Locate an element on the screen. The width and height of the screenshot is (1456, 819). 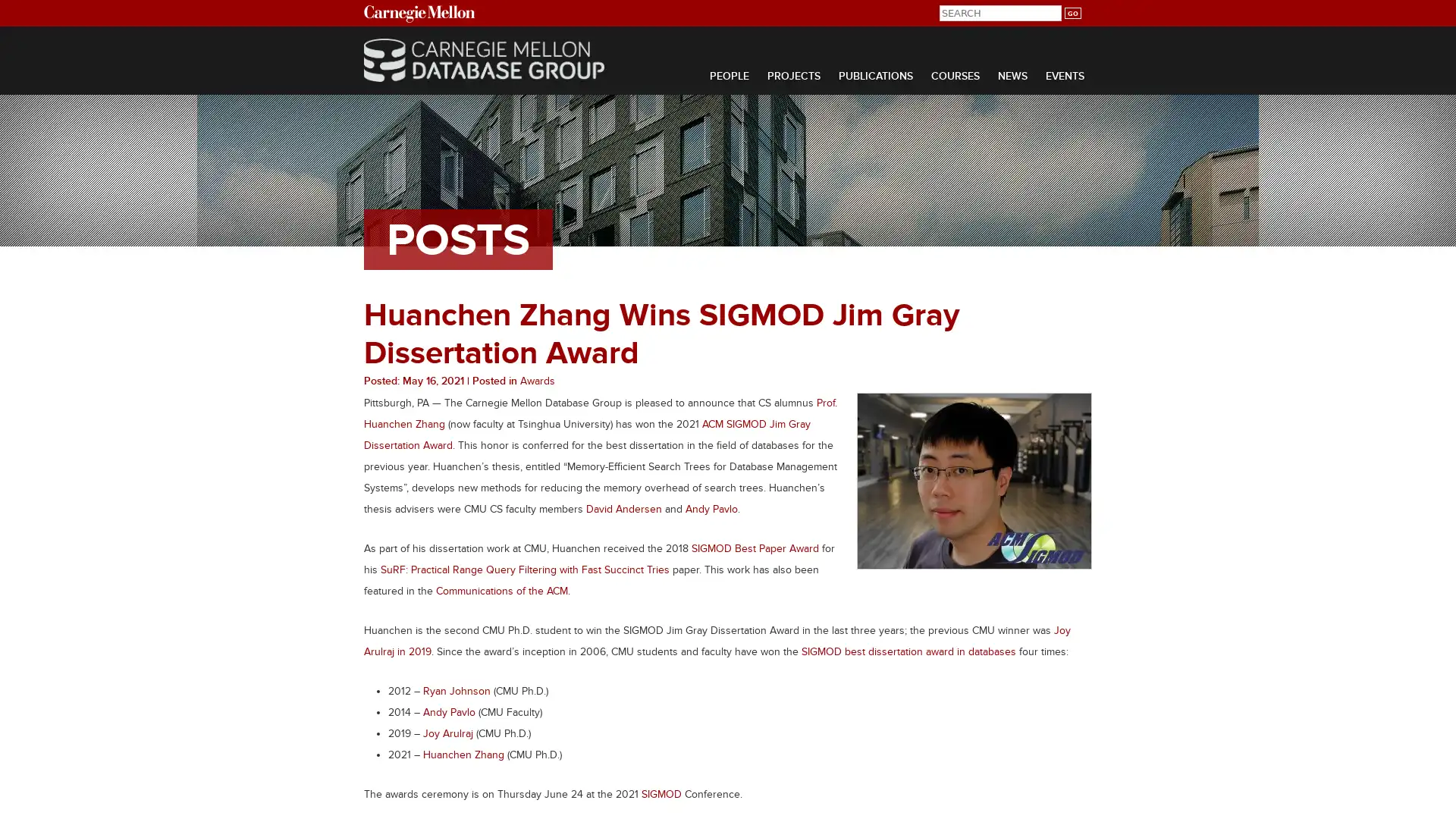
Go is located at coordinates (1072, 13).